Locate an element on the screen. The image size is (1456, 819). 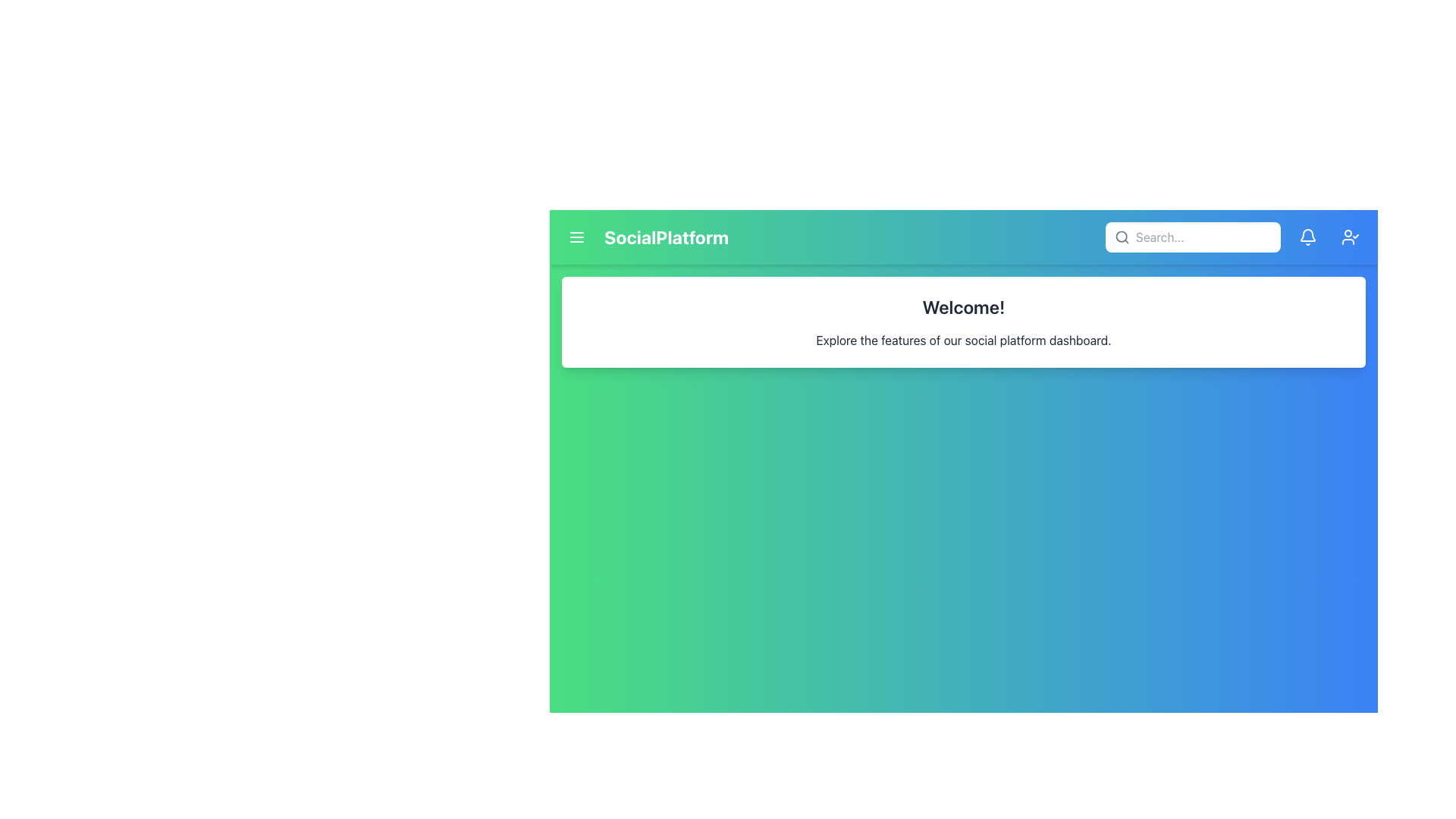
the circular lens portion of the search icon located in the top-right section of the interface within the SVG is located at coordinates (1122, 237).